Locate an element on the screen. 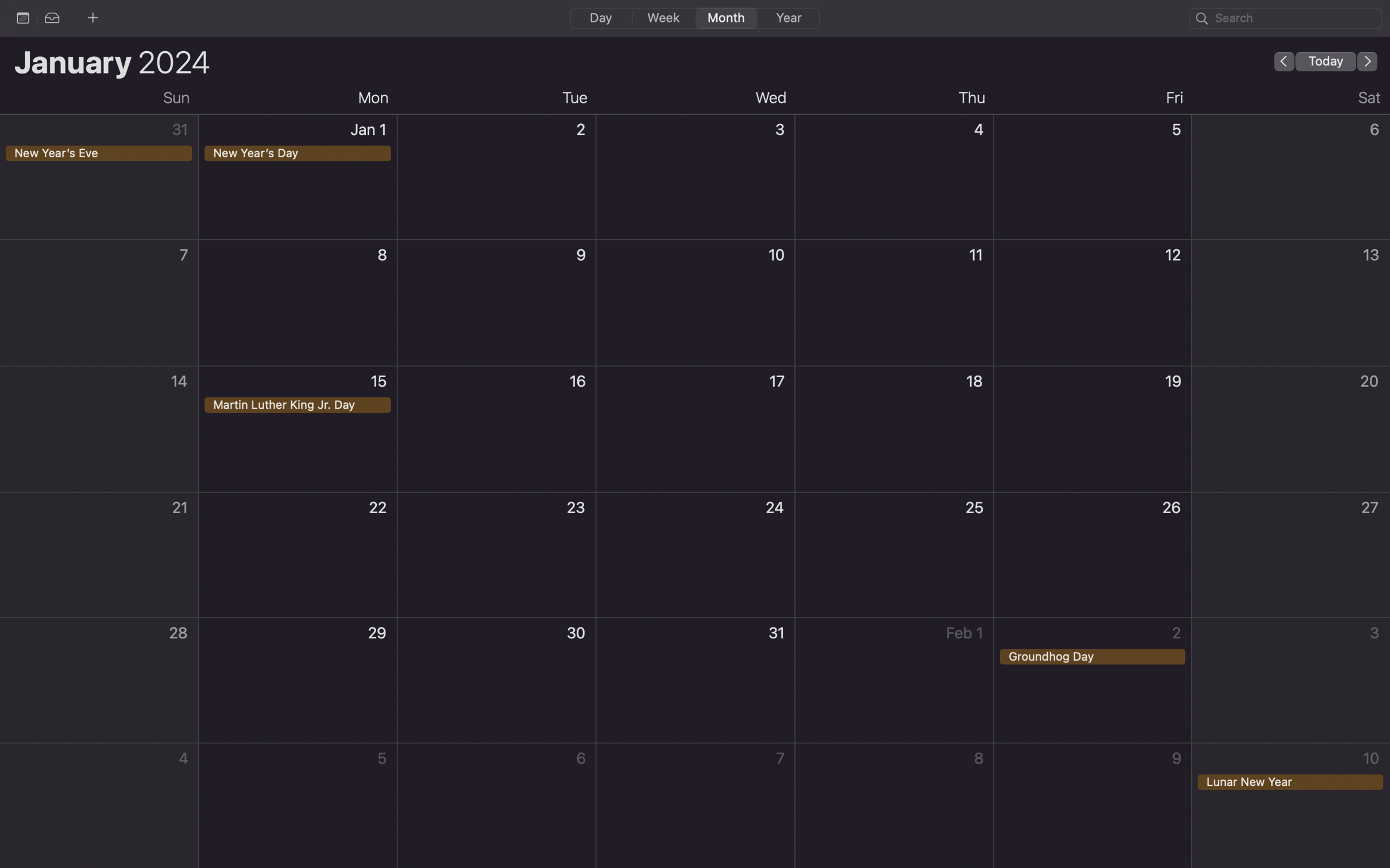 The height and width of the screenshot is (868, 1390). Reveal daily view of the calendar is located at coordinates (600, 17).